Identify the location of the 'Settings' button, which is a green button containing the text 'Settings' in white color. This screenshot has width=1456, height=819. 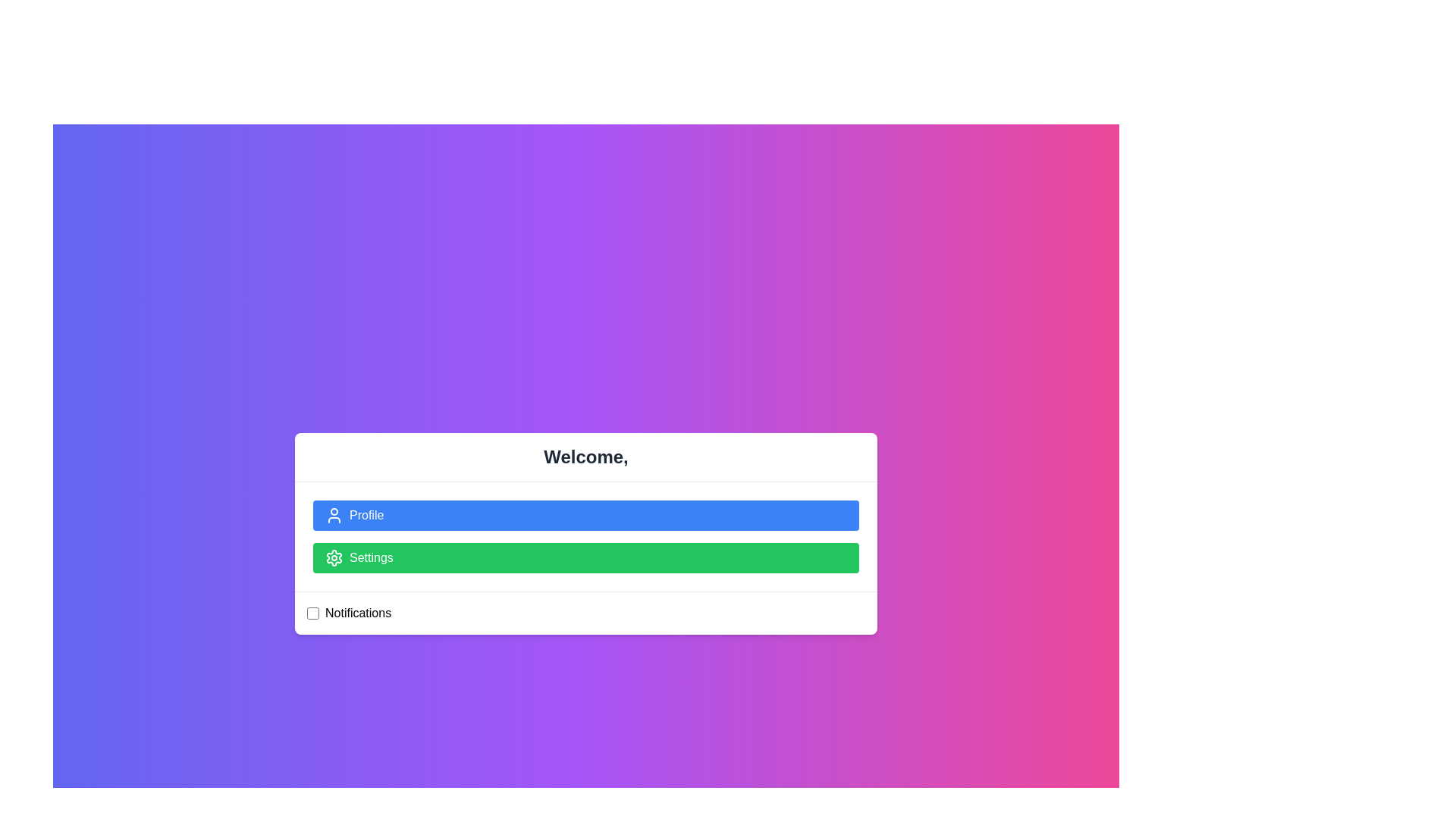
(371, 558).